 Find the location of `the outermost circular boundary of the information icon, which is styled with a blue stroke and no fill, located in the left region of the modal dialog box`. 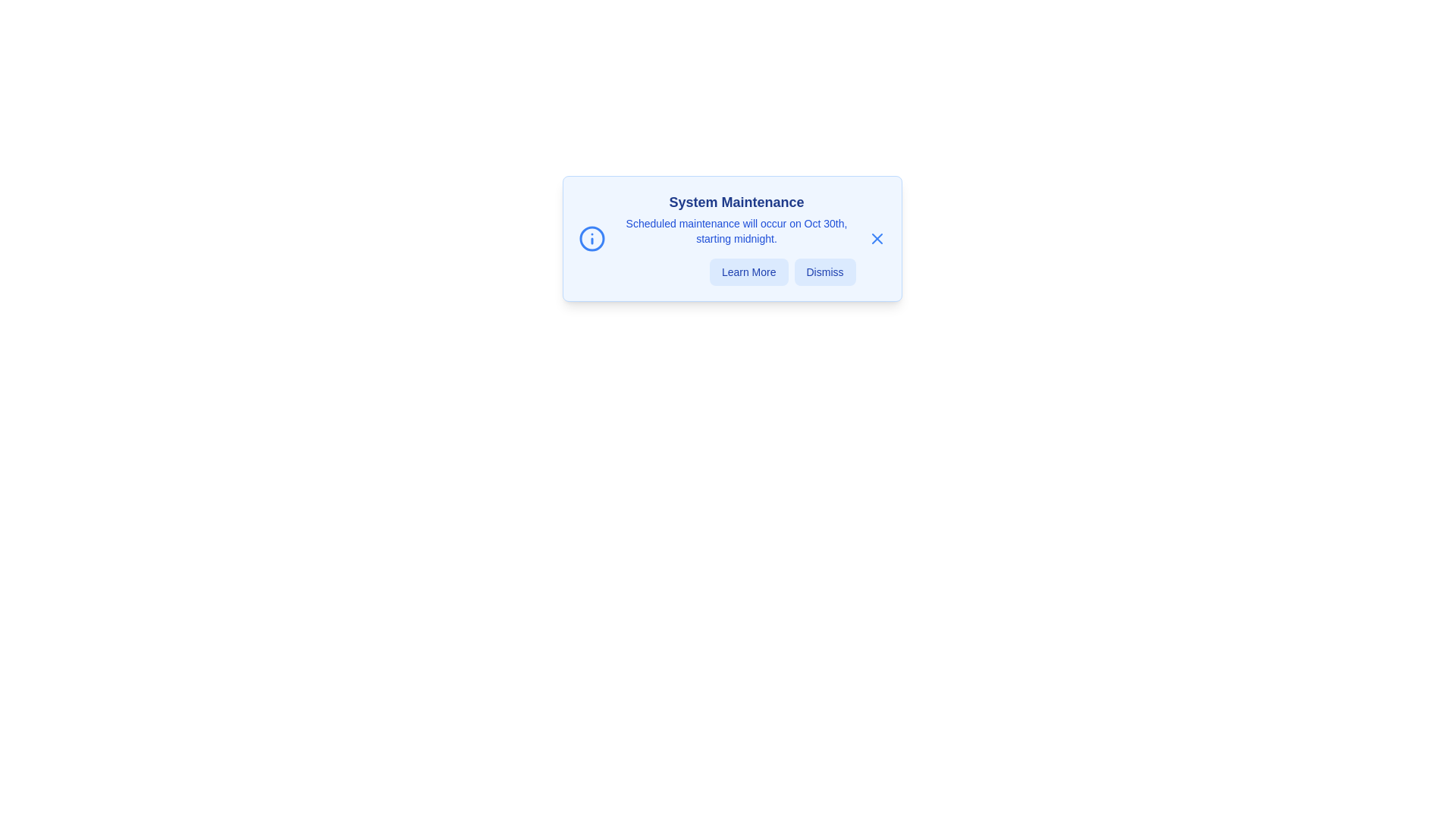

the outermost circular boundary of the information icon, which is styled with a blue stroke and no fill, located in the left region of the modal dialog box is located at coordinates (591, 239).